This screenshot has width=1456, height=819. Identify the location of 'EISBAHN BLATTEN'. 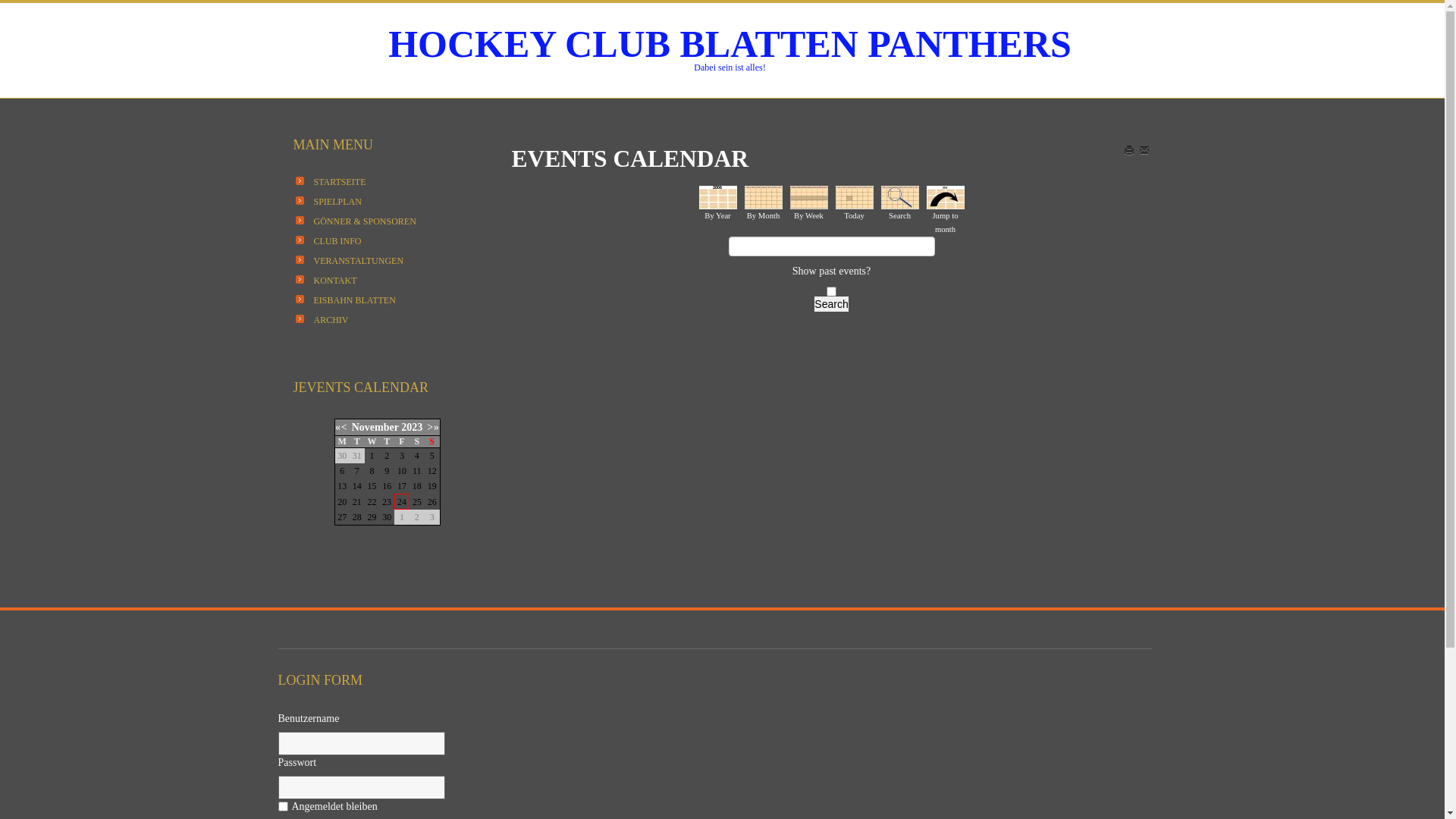
(353, 300).